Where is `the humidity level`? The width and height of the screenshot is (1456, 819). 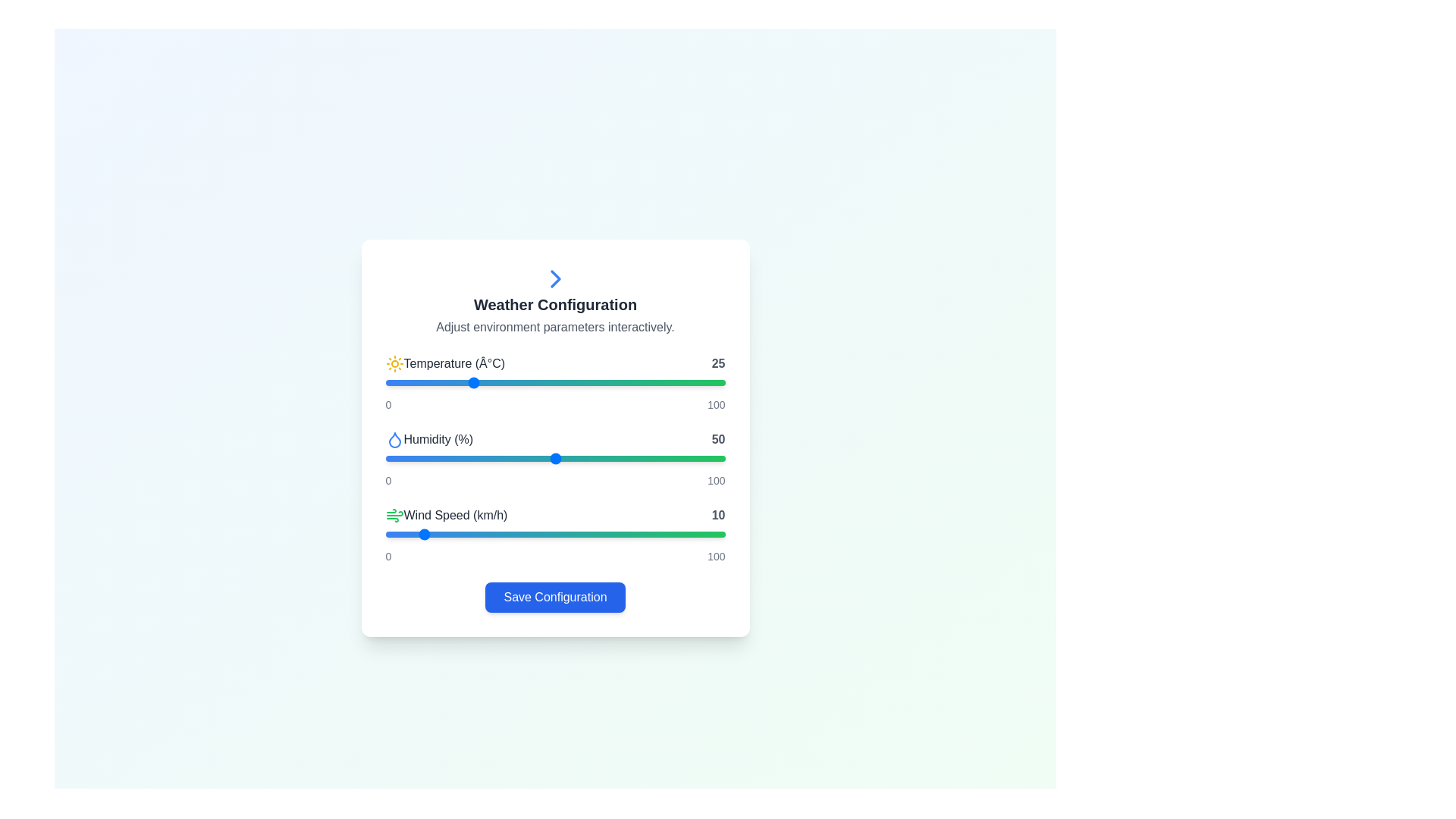 the humidity level is located at coordinates (483, 458).